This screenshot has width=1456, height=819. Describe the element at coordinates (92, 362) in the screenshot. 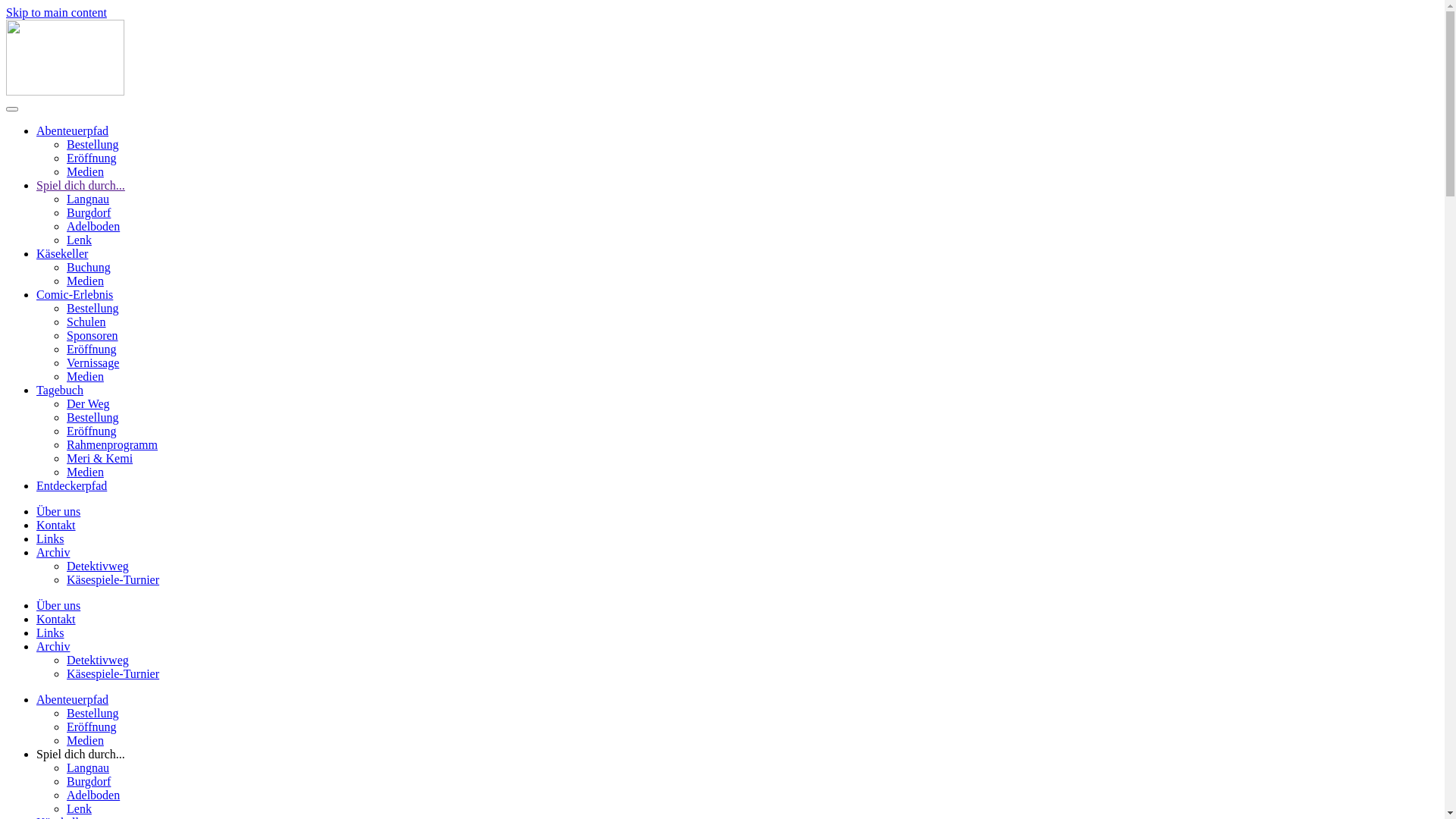

I see `'Vernissage'` at that location.